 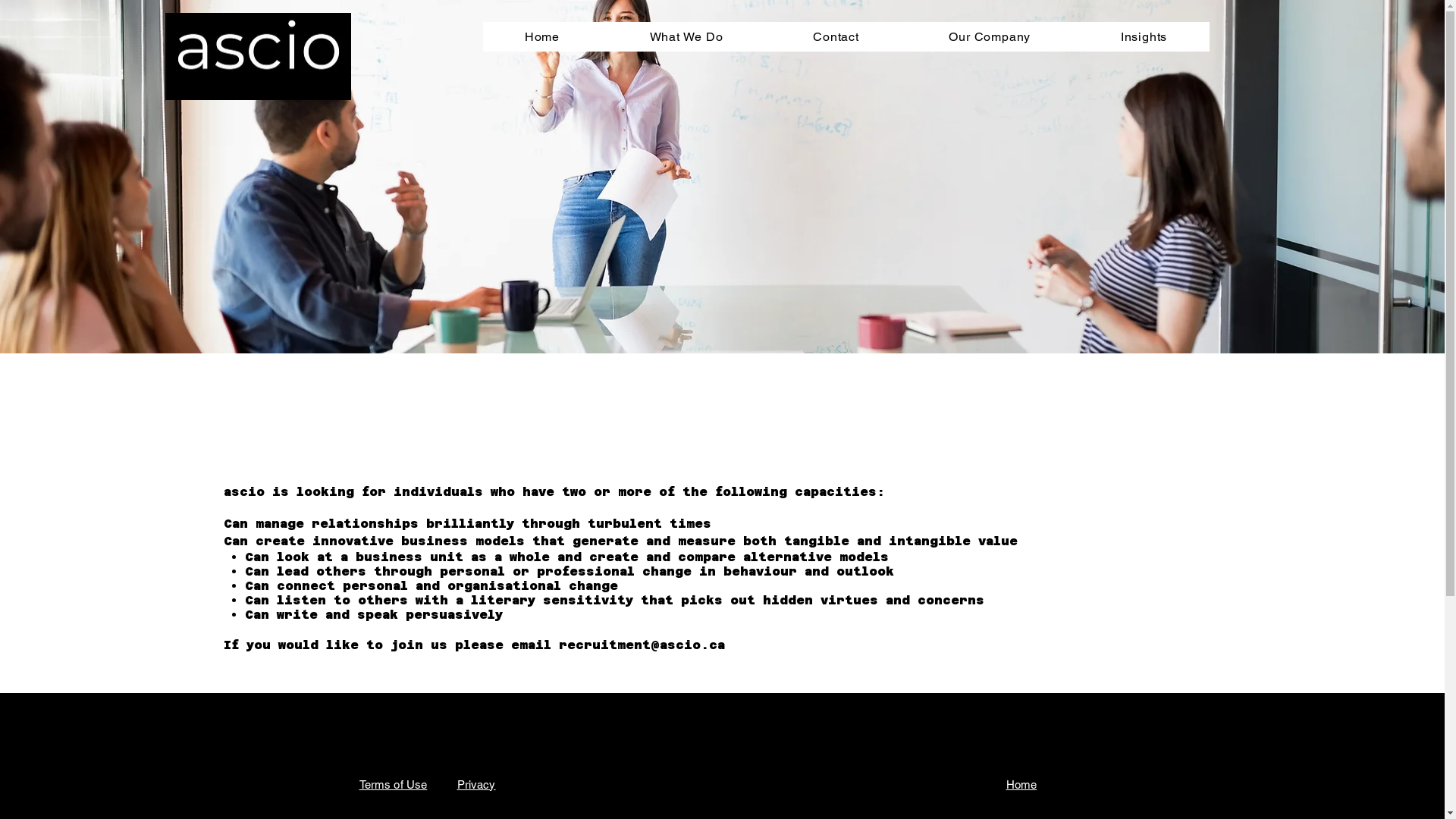 I want to click on 'Our Company', so click(x=990, y=36).